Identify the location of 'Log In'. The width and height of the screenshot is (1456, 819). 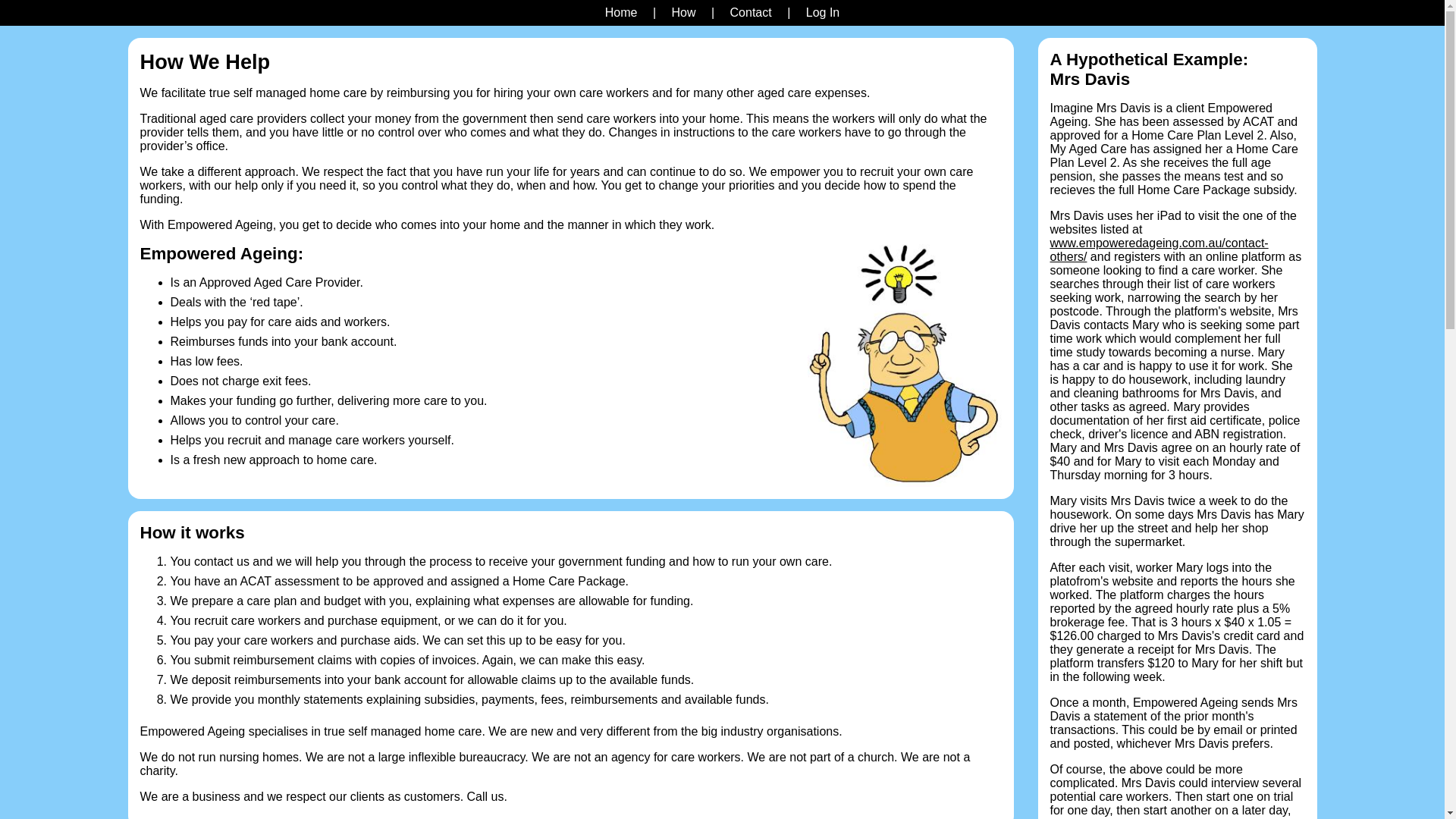
(799, 12).